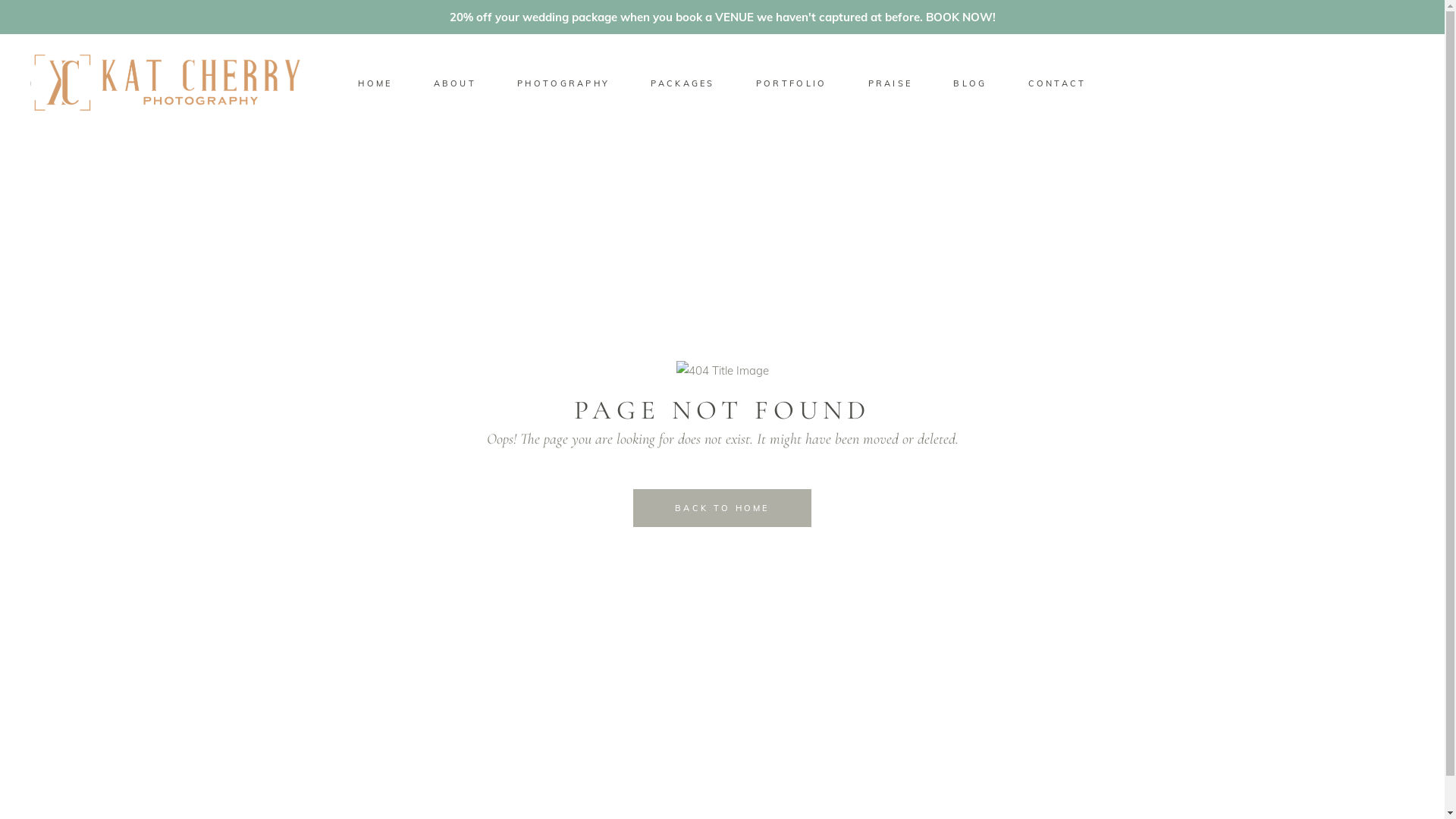 Image resolution: width=1456 pixels, height=819 pixels. Describe the element at coordinates (375, 83) in the screenshot. I see `'HOME'` at that location.